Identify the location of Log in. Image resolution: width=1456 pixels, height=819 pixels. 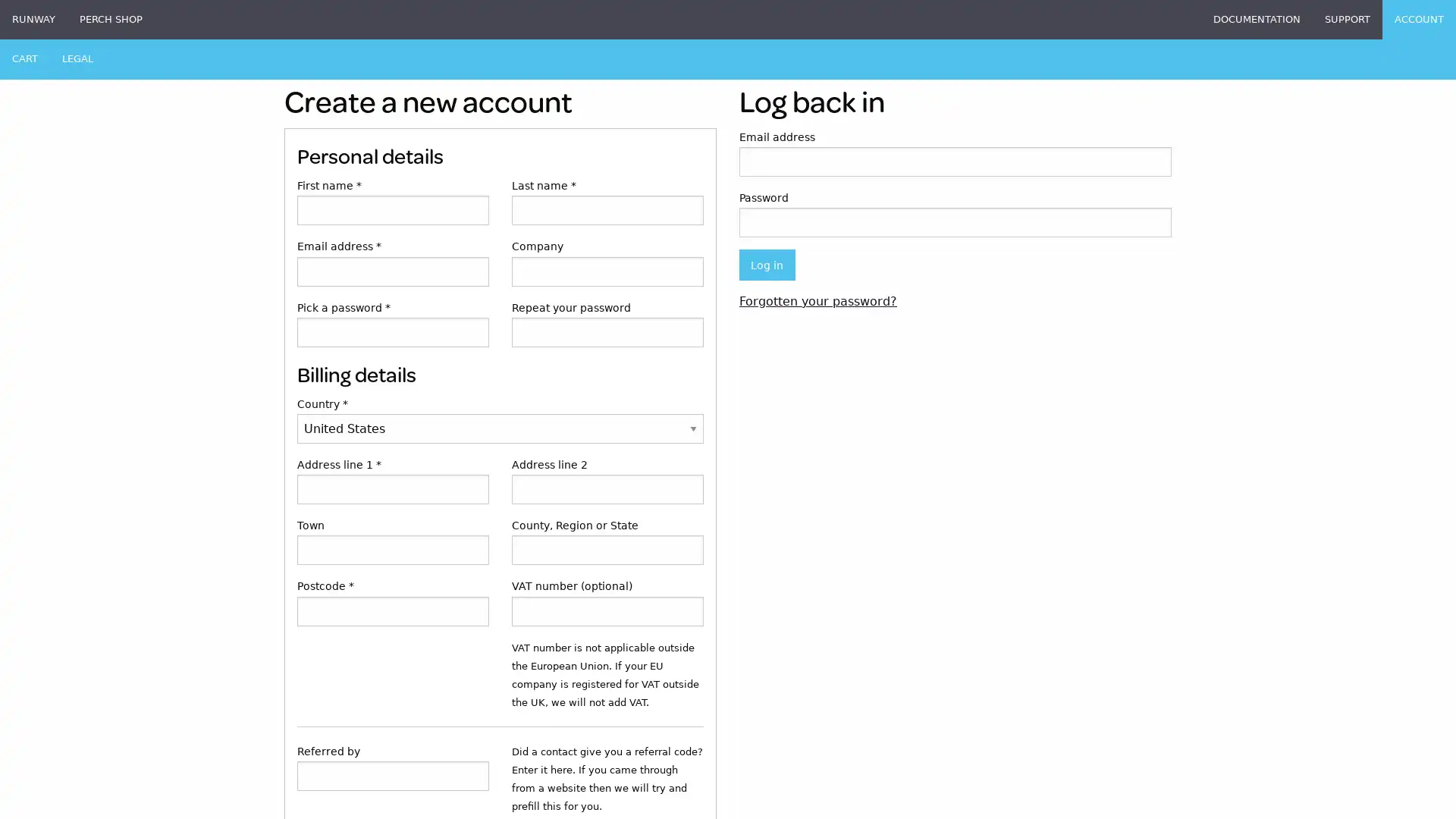
(767, 264).